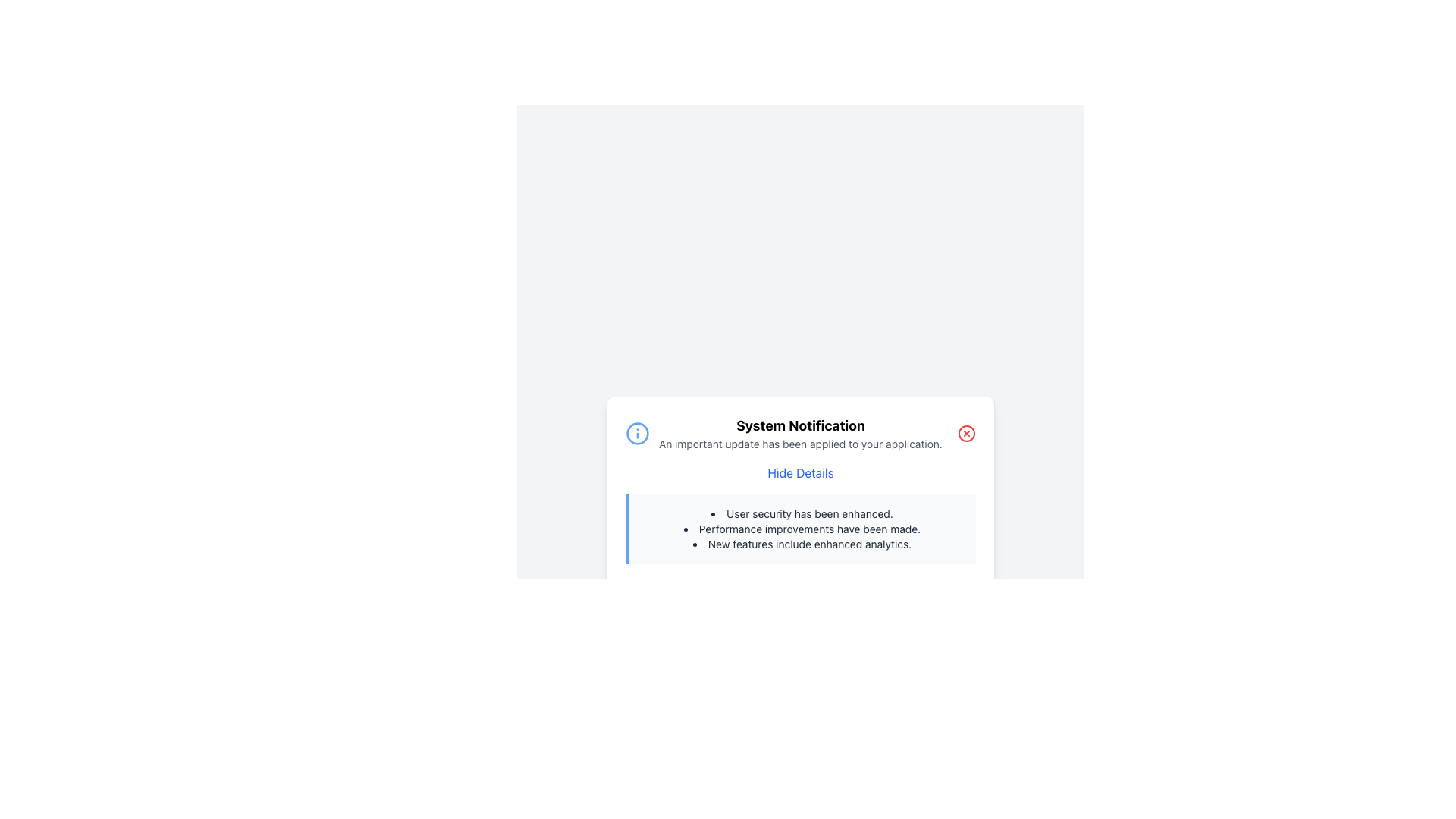  What do you see at coordinates (800, 433) in the screenshot?
I see `the Notification bar located at the top of the modal dialog box, which serves as a notification header providing important information and accessibility to dismiss notifications via the close icon` at bounding box center [800, 433].